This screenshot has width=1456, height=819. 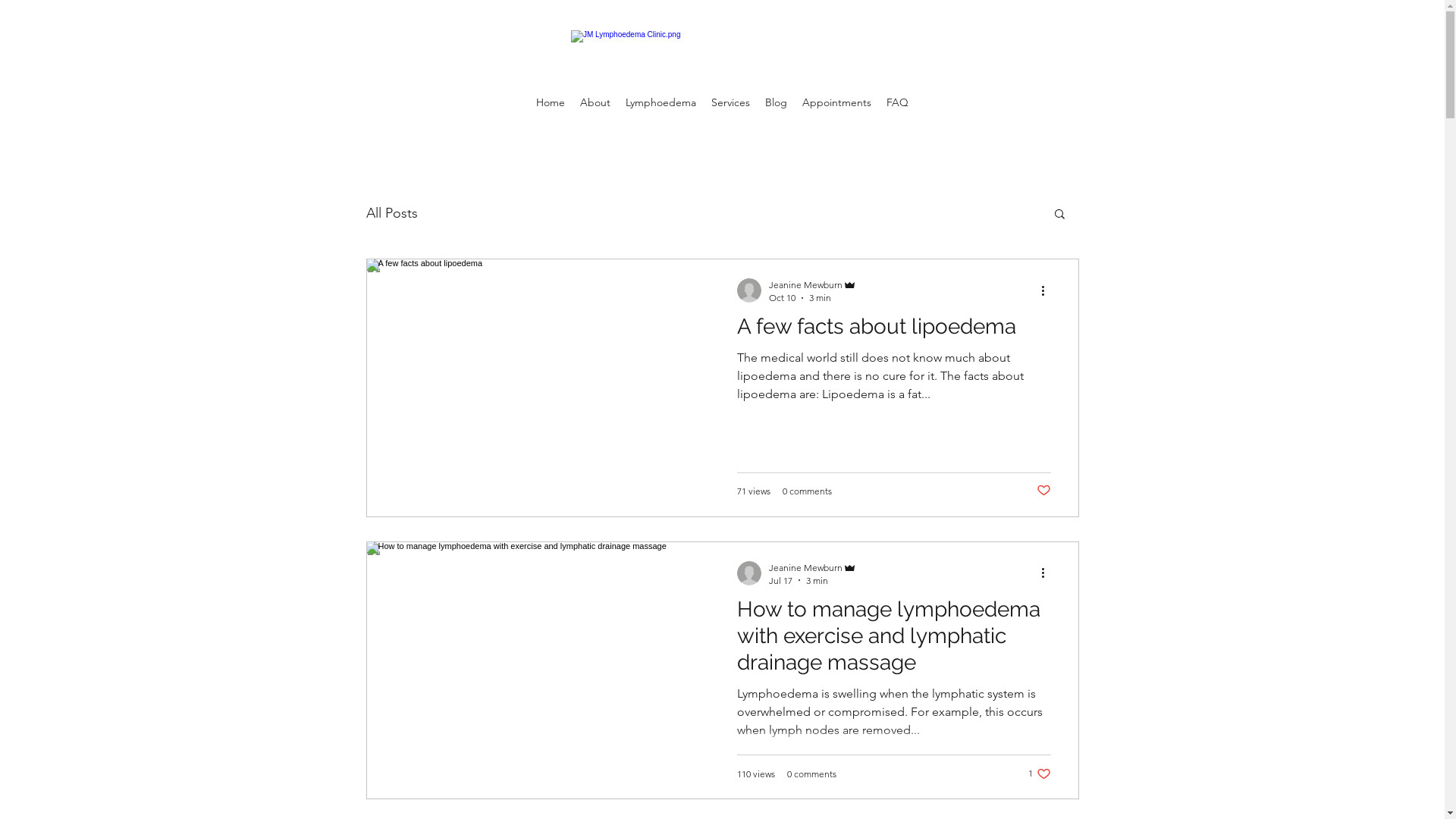 What do you see at coordinates (528, 102) in the screenshot?
I see `'Home'` at bounding box center [528, 102].